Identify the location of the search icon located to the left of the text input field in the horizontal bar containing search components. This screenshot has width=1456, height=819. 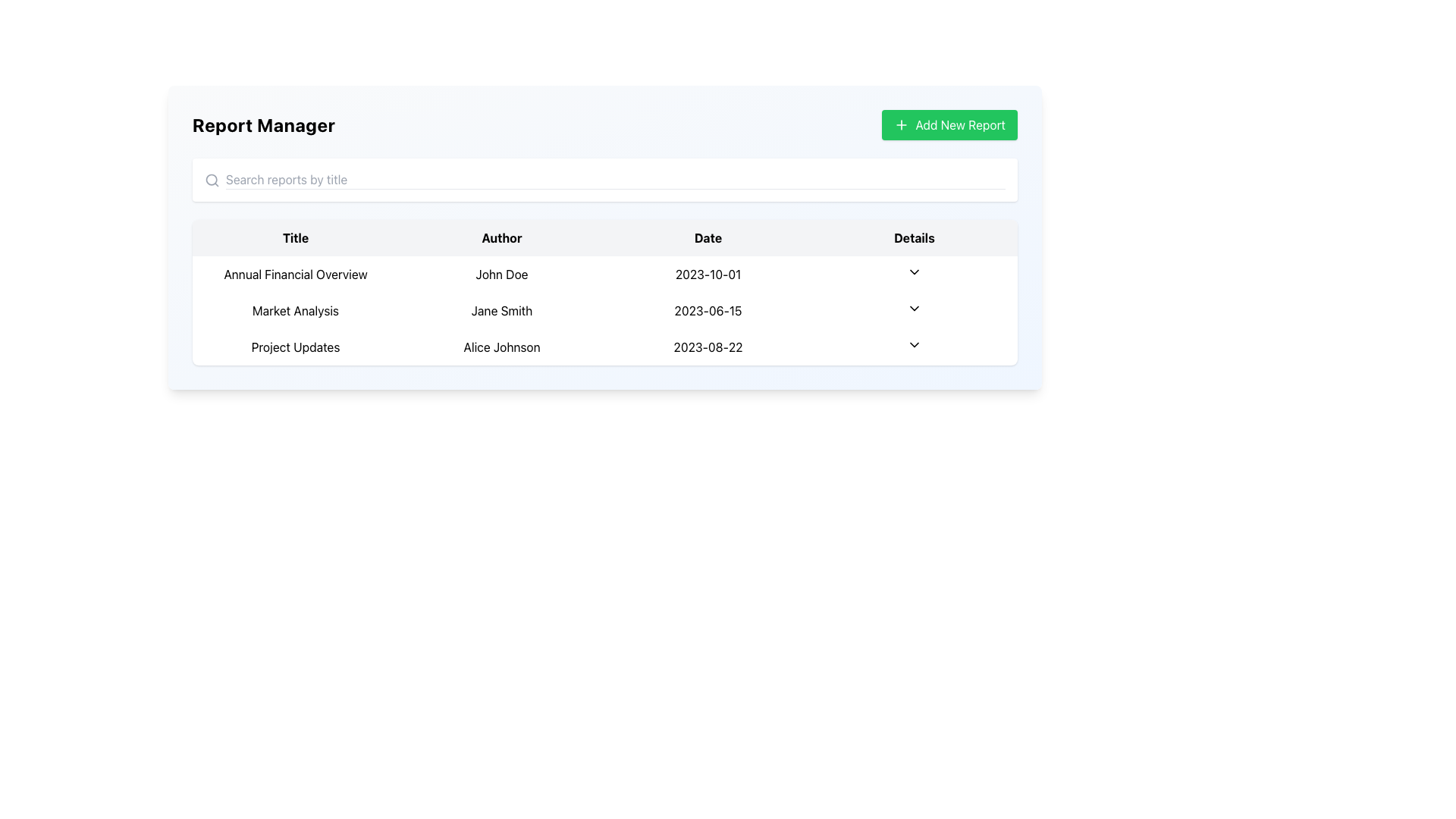
(211, 179).